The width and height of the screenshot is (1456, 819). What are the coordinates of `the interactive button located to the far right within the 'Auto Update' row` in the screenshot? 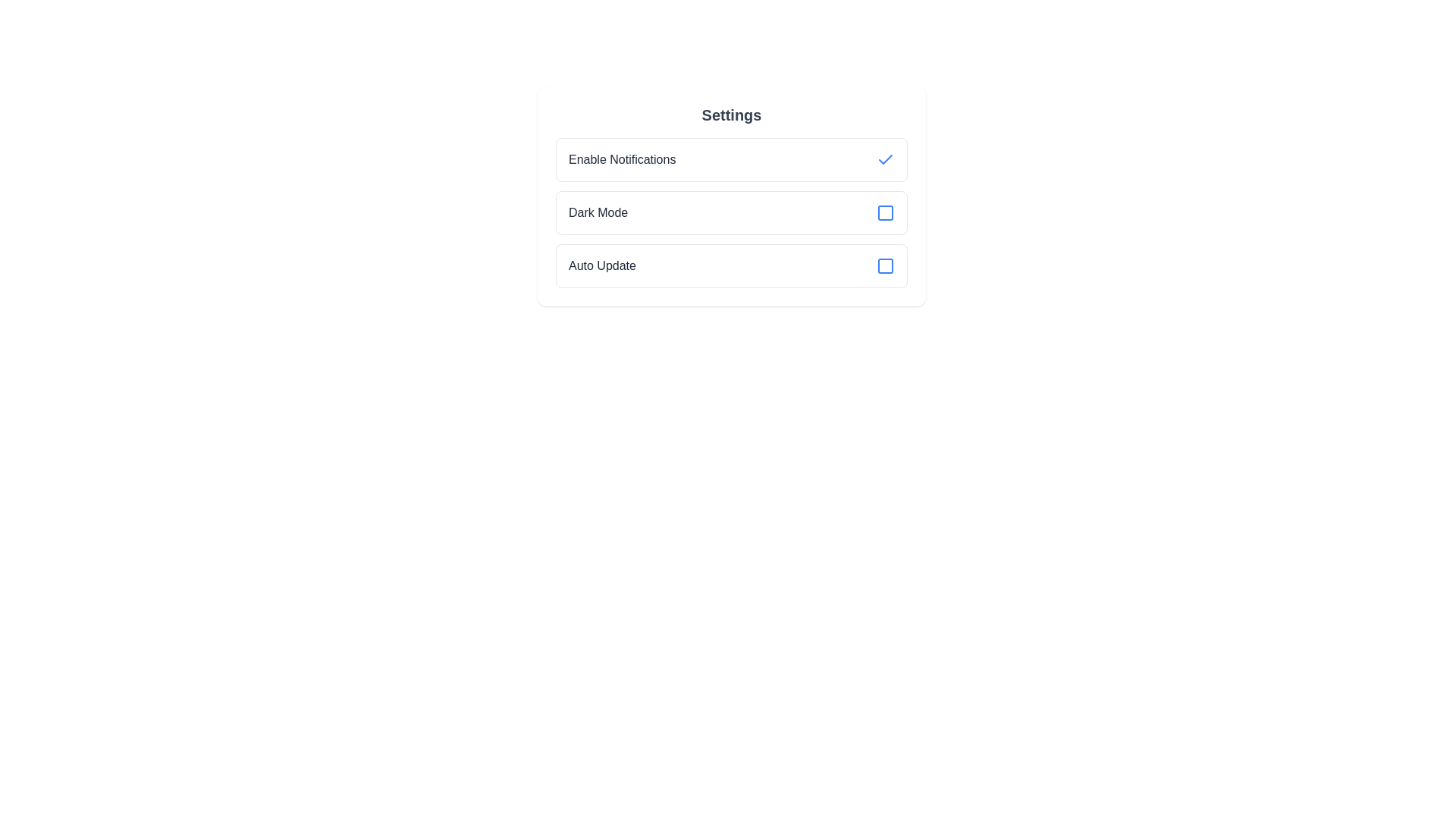 It's located at (885, 265).